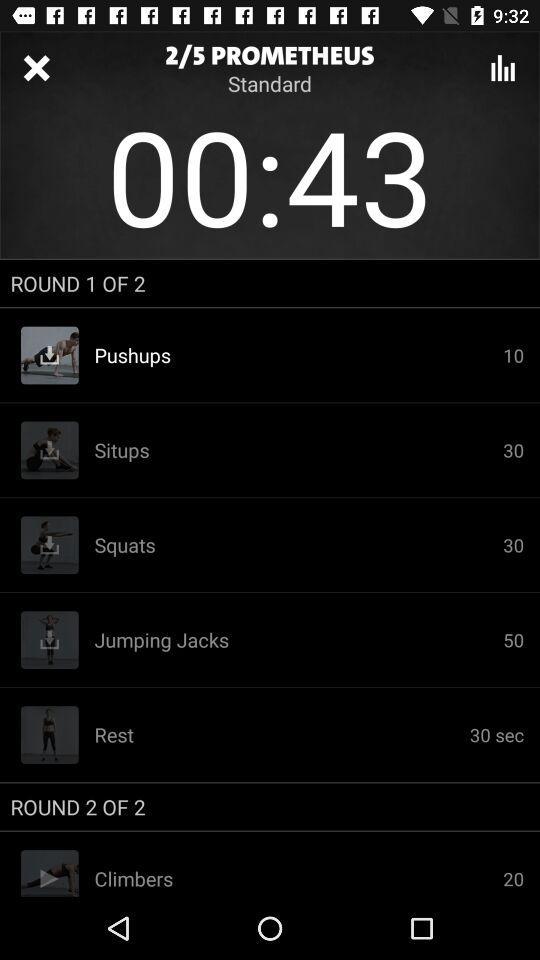 The image size is (540, 960). I want to click on the close icon, so click(36, 68).